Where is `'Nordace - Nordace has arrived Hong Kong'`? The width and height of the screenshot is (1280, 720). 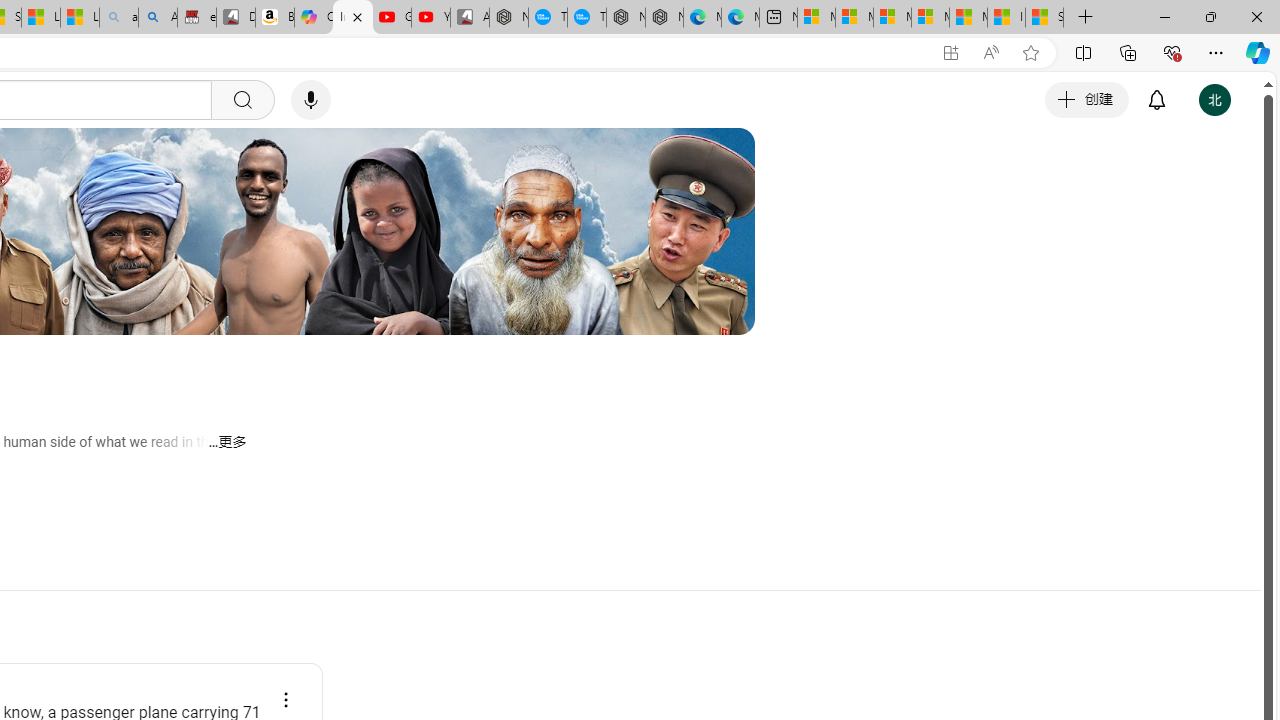 'Nordace - Nordace has arrived Hong Kong' is located at coordinates (664, 17).